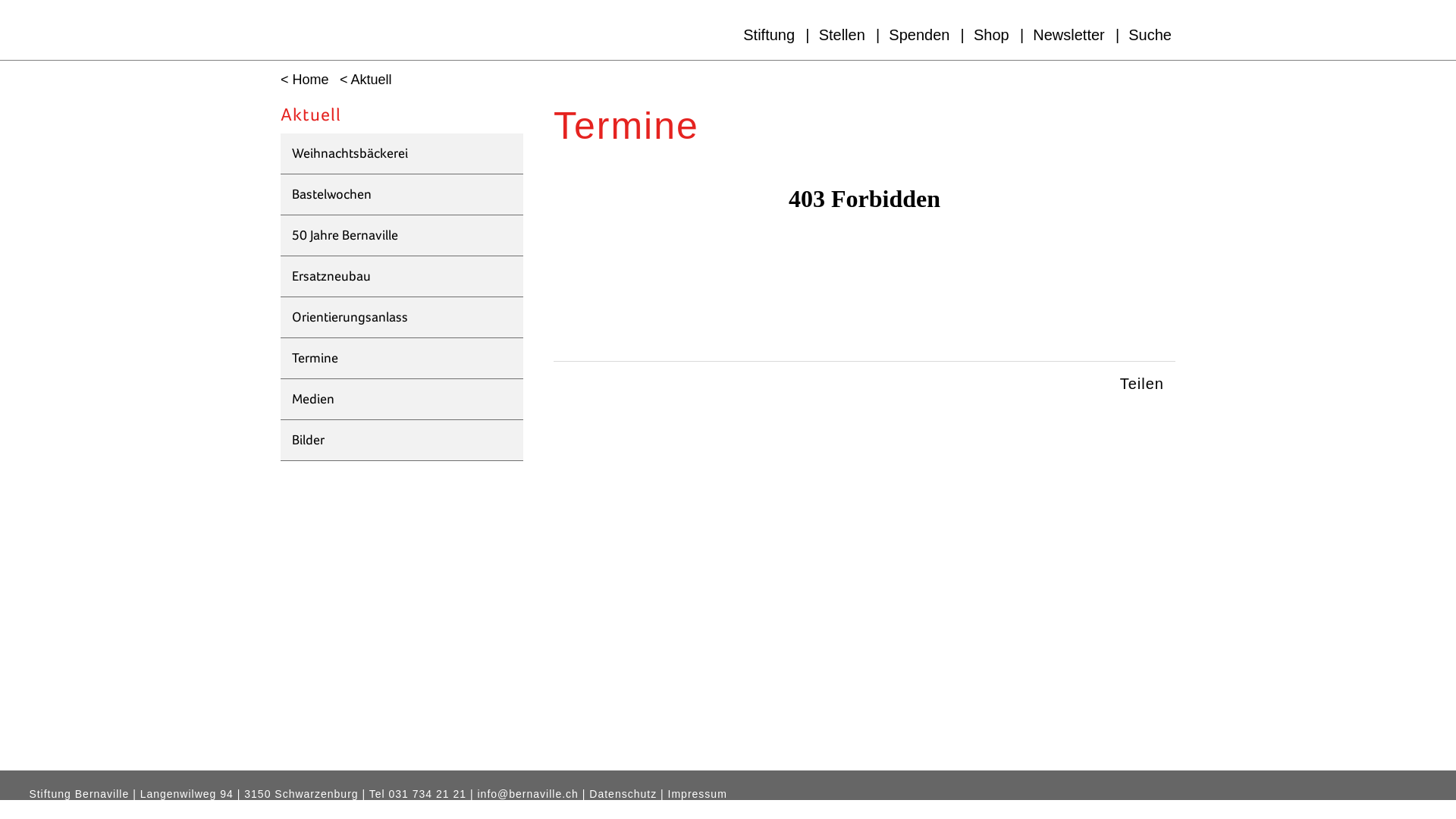 The image size is (1456, 819). Describe the element at coordinates (401, 277) in the screenshot. I see `'Ersatzneubau'` at that location.